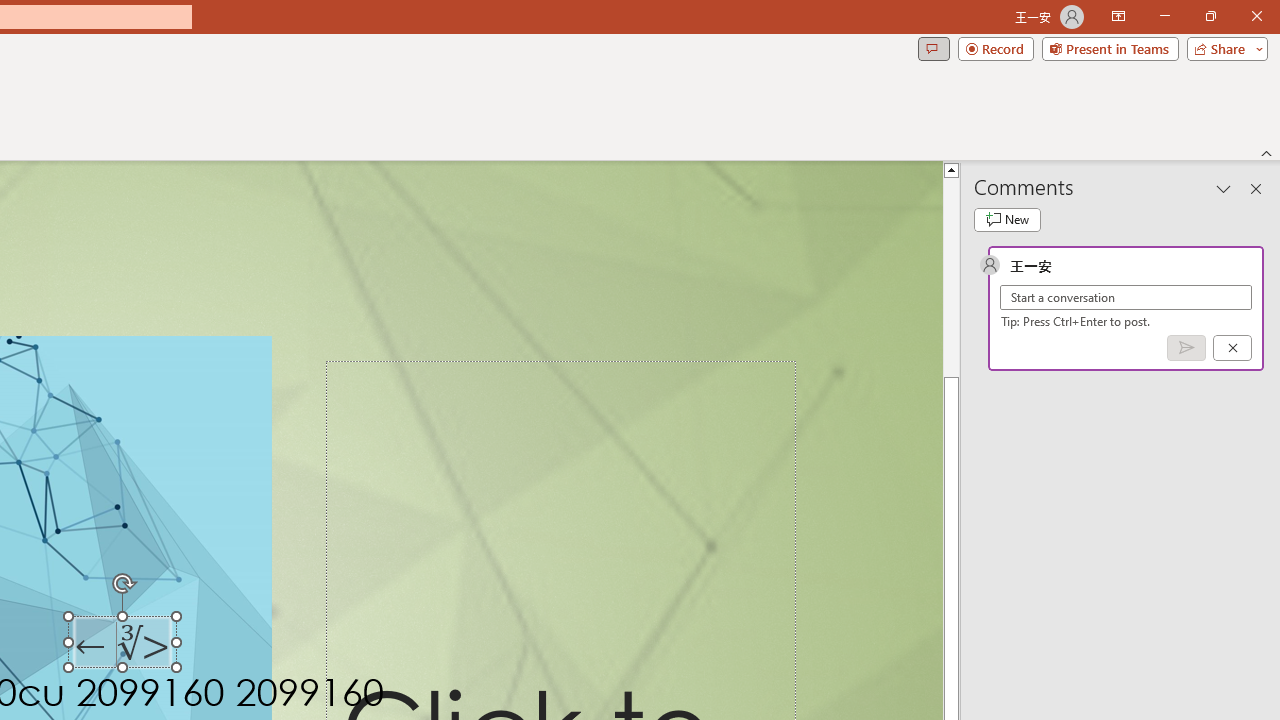 This screenshot has height=720, width=1280. What do you see at coordinates (1186, 346) in the screenshot?
I see `'Post comment (Ctrl + Enter)'` at bounding box center [1186, 346].